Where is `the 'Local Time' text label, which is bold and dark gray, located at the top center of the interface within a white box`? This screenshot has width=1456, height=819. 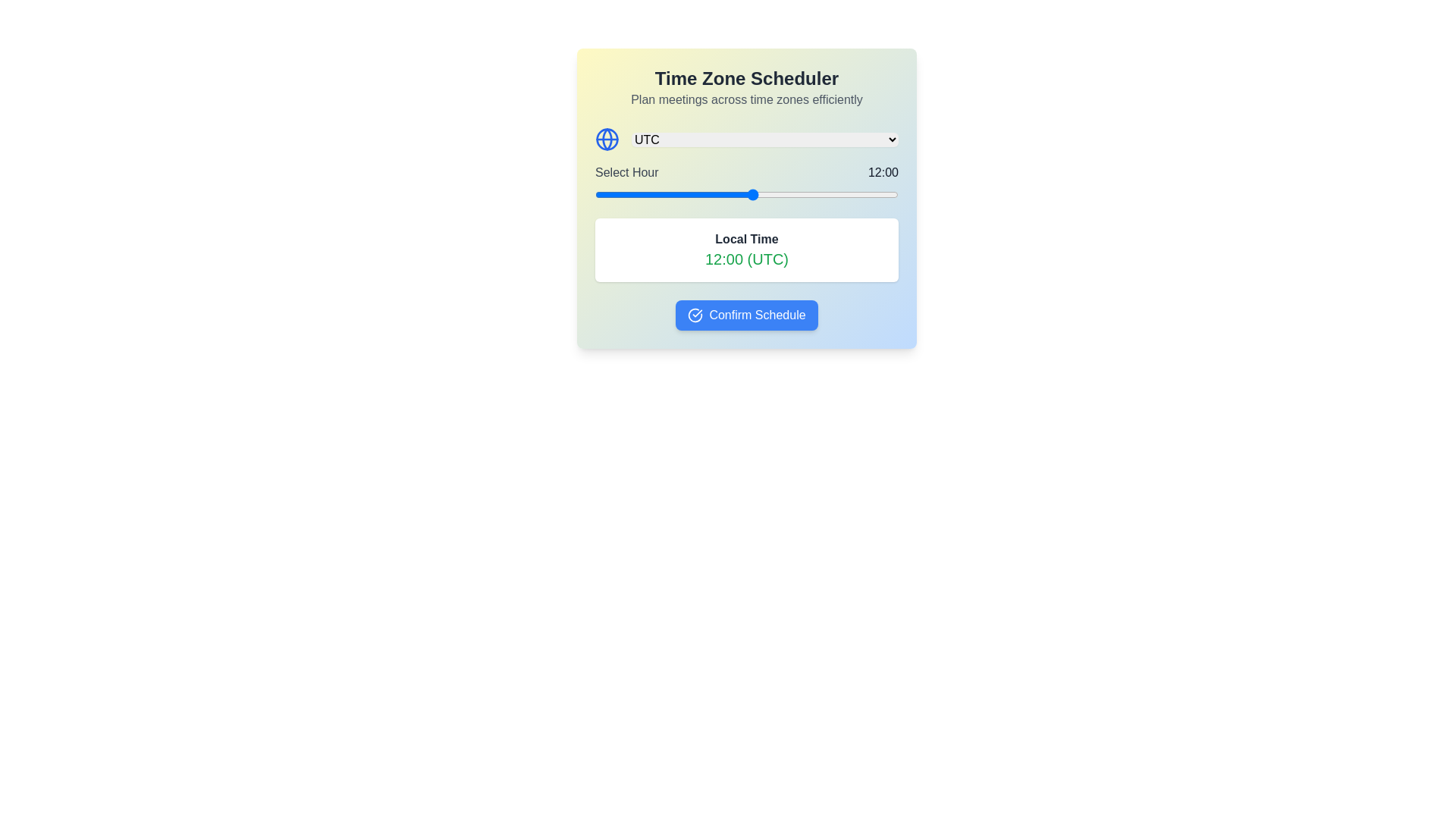 the 'Local Time' text label, which is bold and dark gray, located at the top center of the interface within a white box is located at coordinates (746, 239).